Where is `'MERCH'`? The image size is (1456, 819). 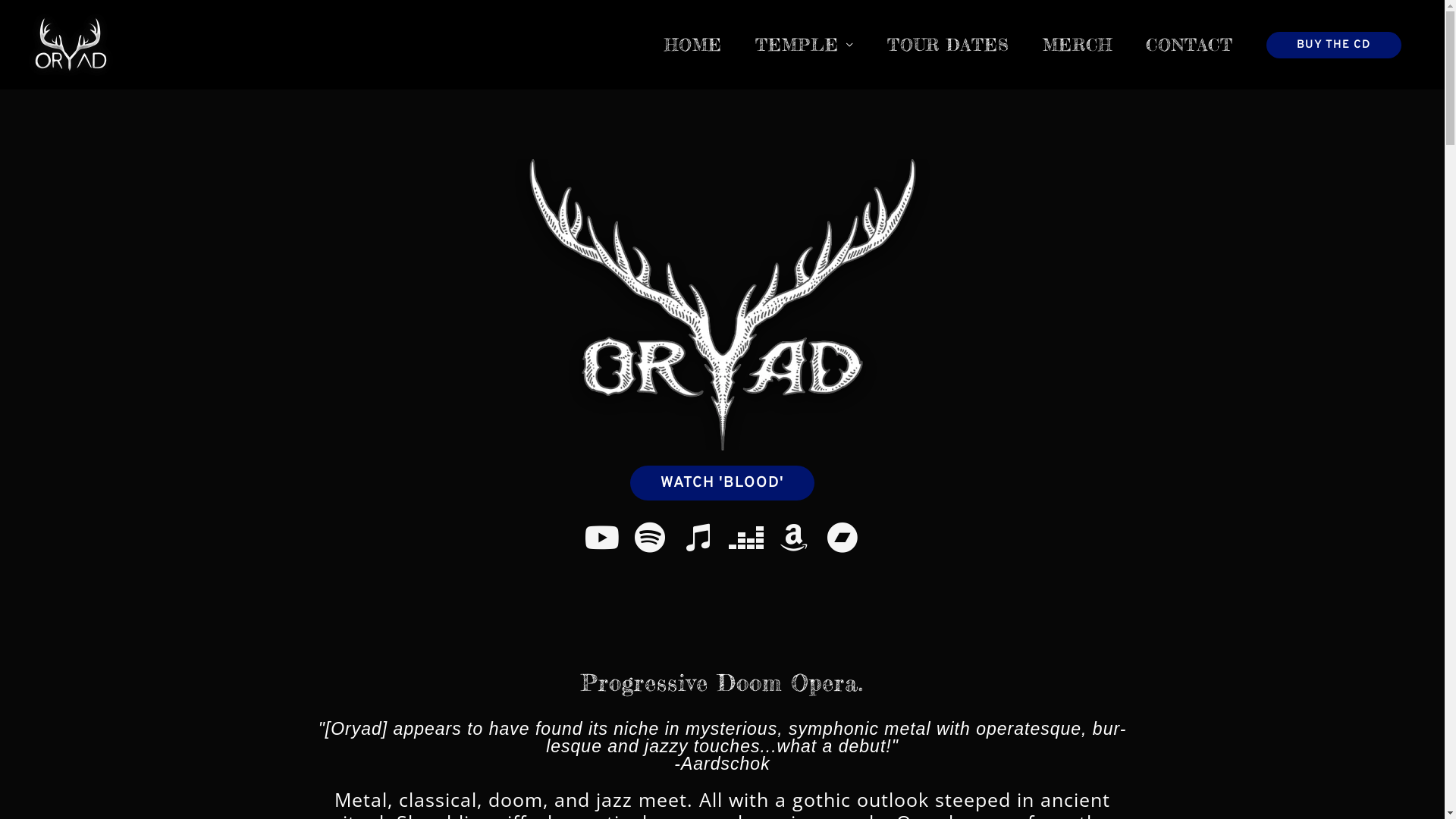 'MERCH' is located at coordinates (1076, 43).